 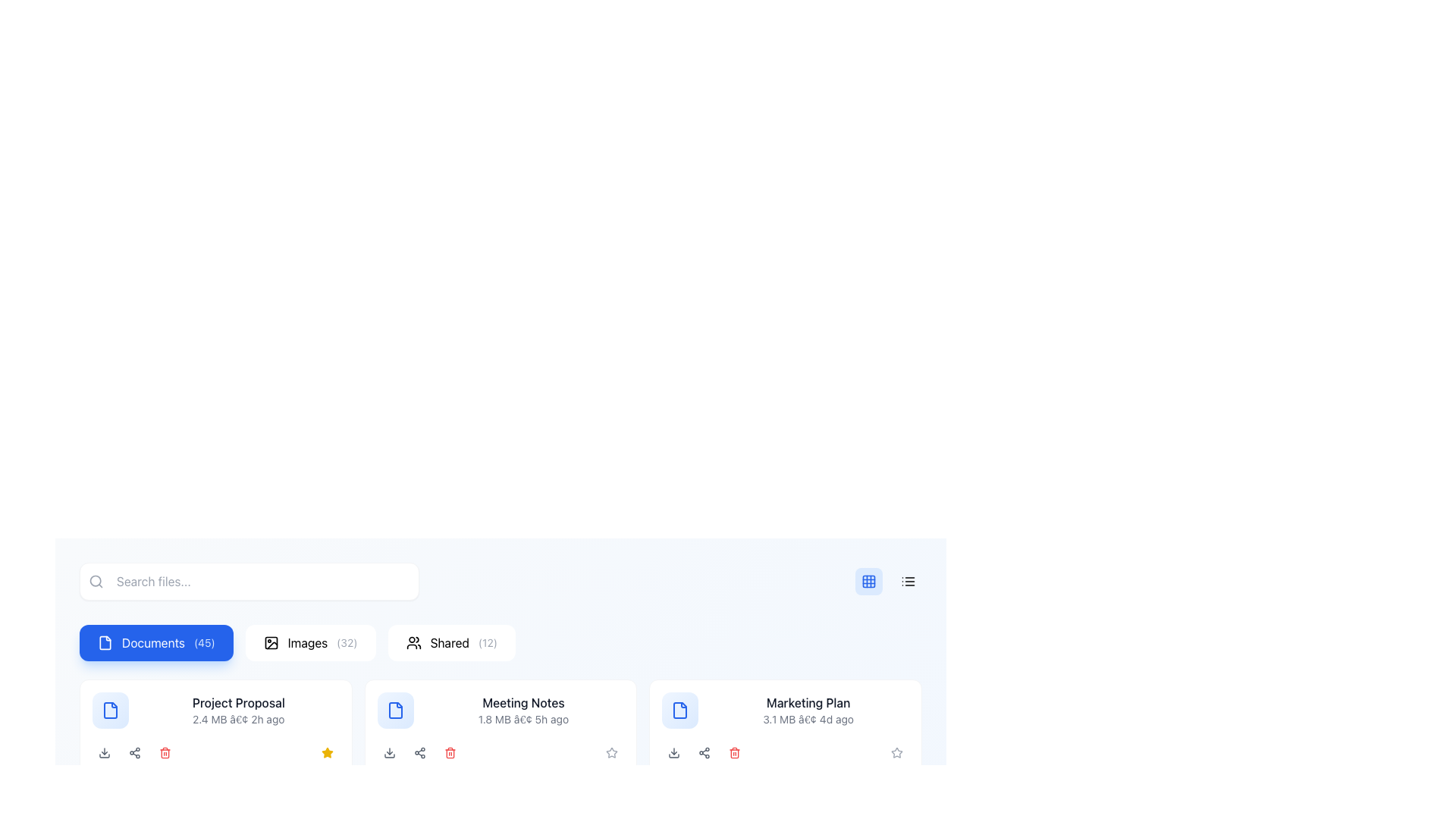 I want to click on the file detail card for 'Project Proposal' located, so click(x=215, y=711).